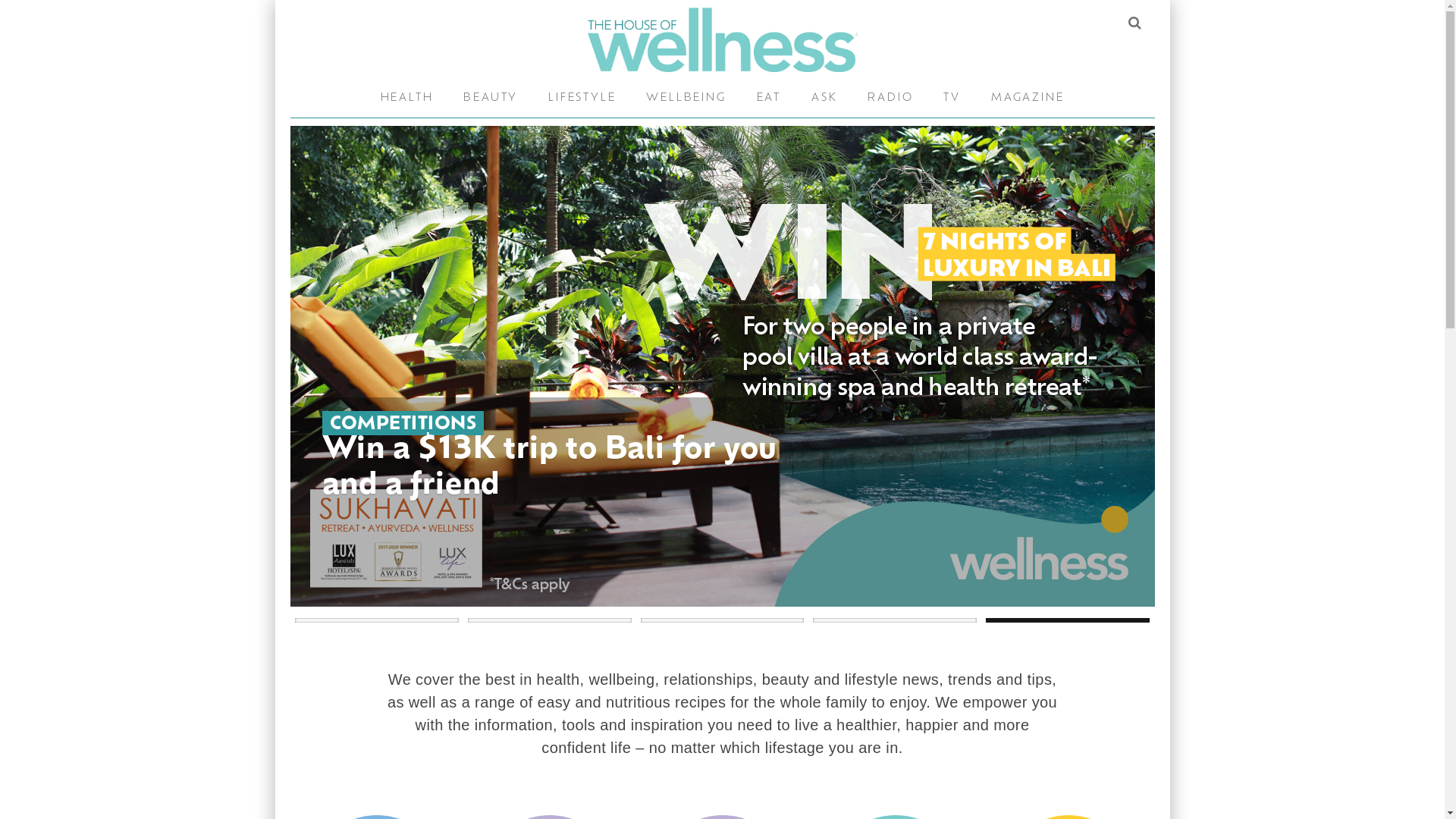  What do you see at coordinates (823, 99) in the screenshot?
I see `'ASK'` at bounding box center [823, 99].